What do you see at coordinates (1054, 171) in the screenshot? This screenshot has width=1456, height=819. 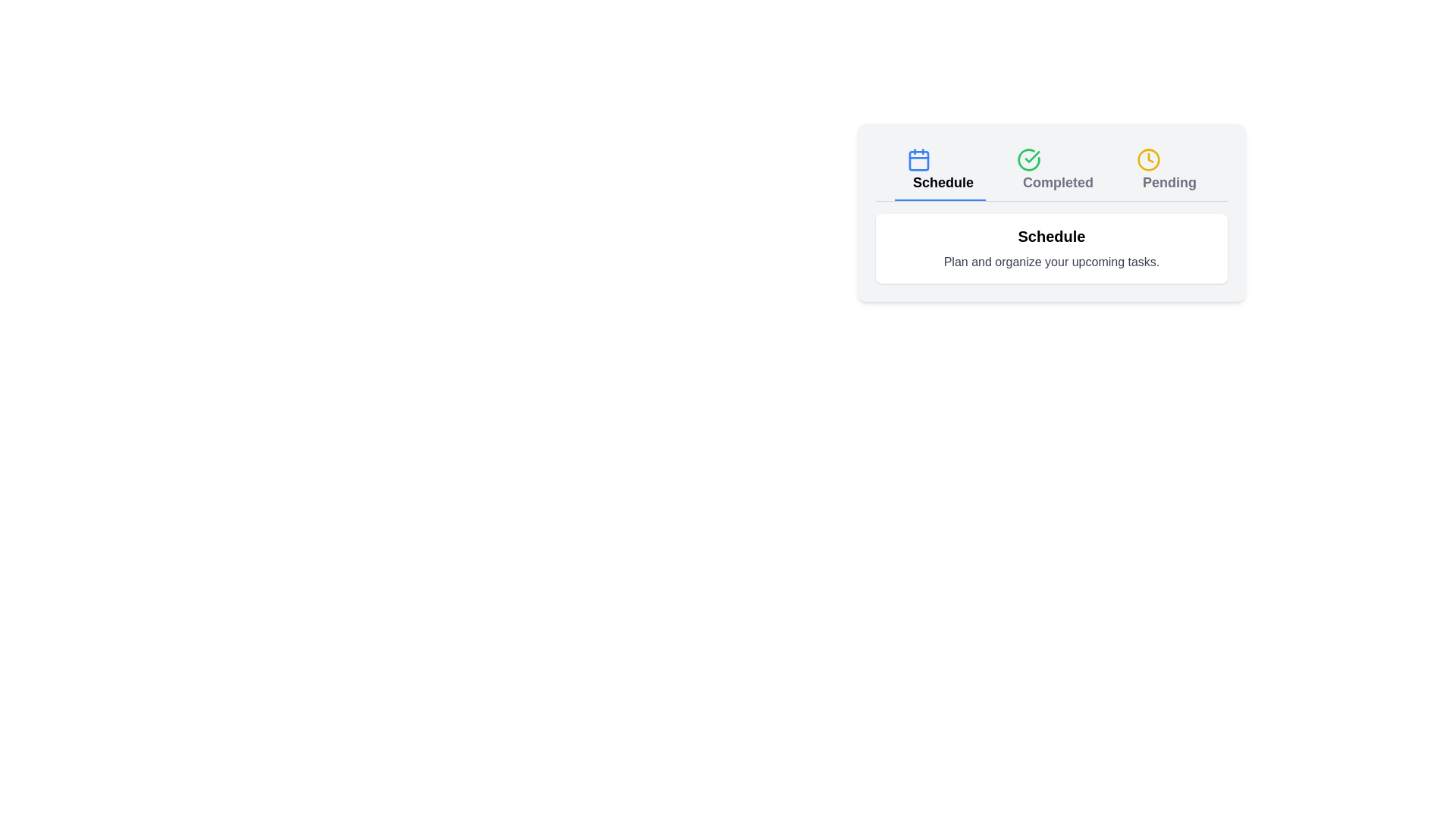 I see `the Completed tab to view its content` at bounding box center [1054, 171].